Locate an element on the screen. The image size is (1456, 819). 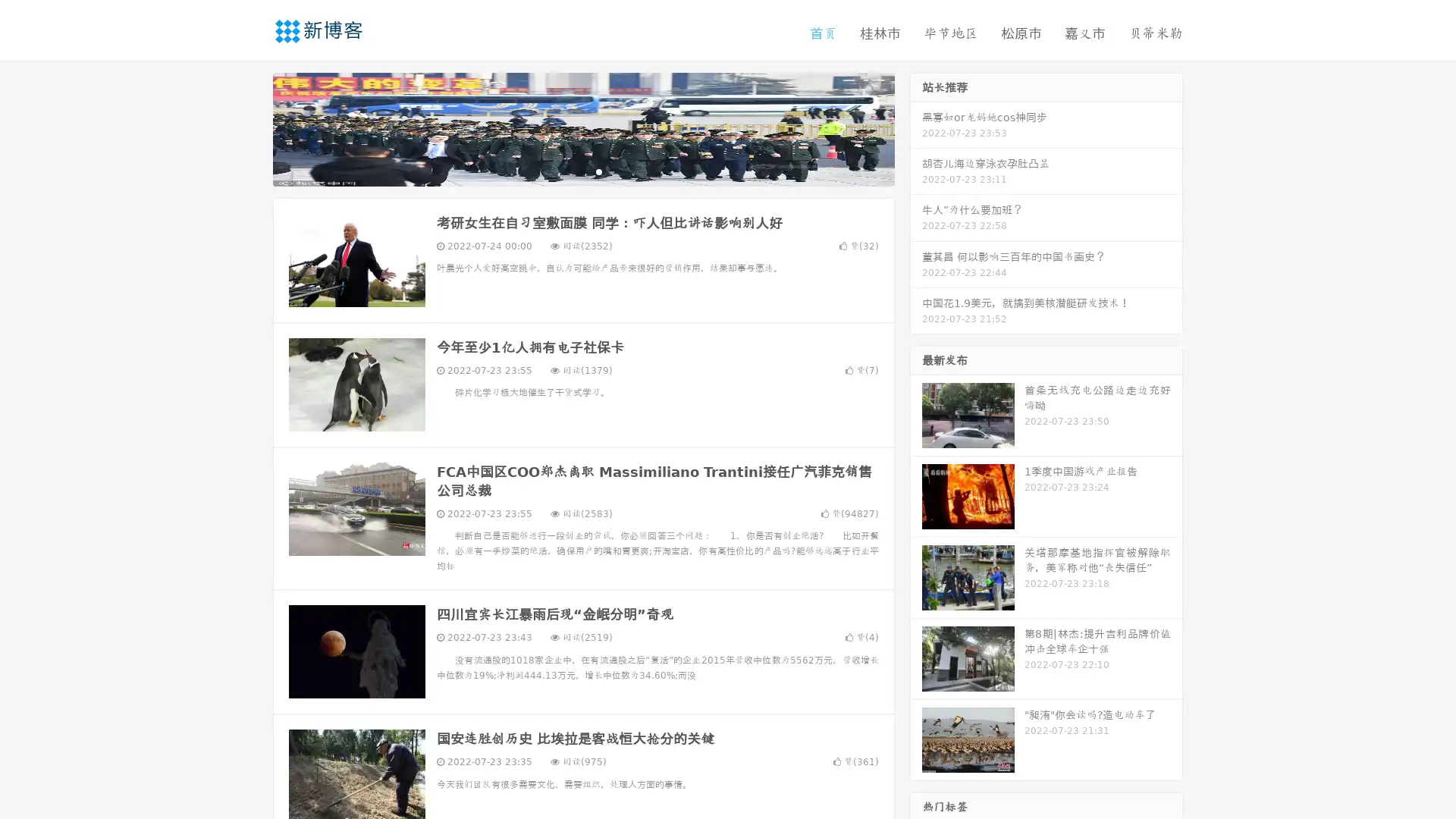
Go to slide 2 is located at coordinates (582, 171).